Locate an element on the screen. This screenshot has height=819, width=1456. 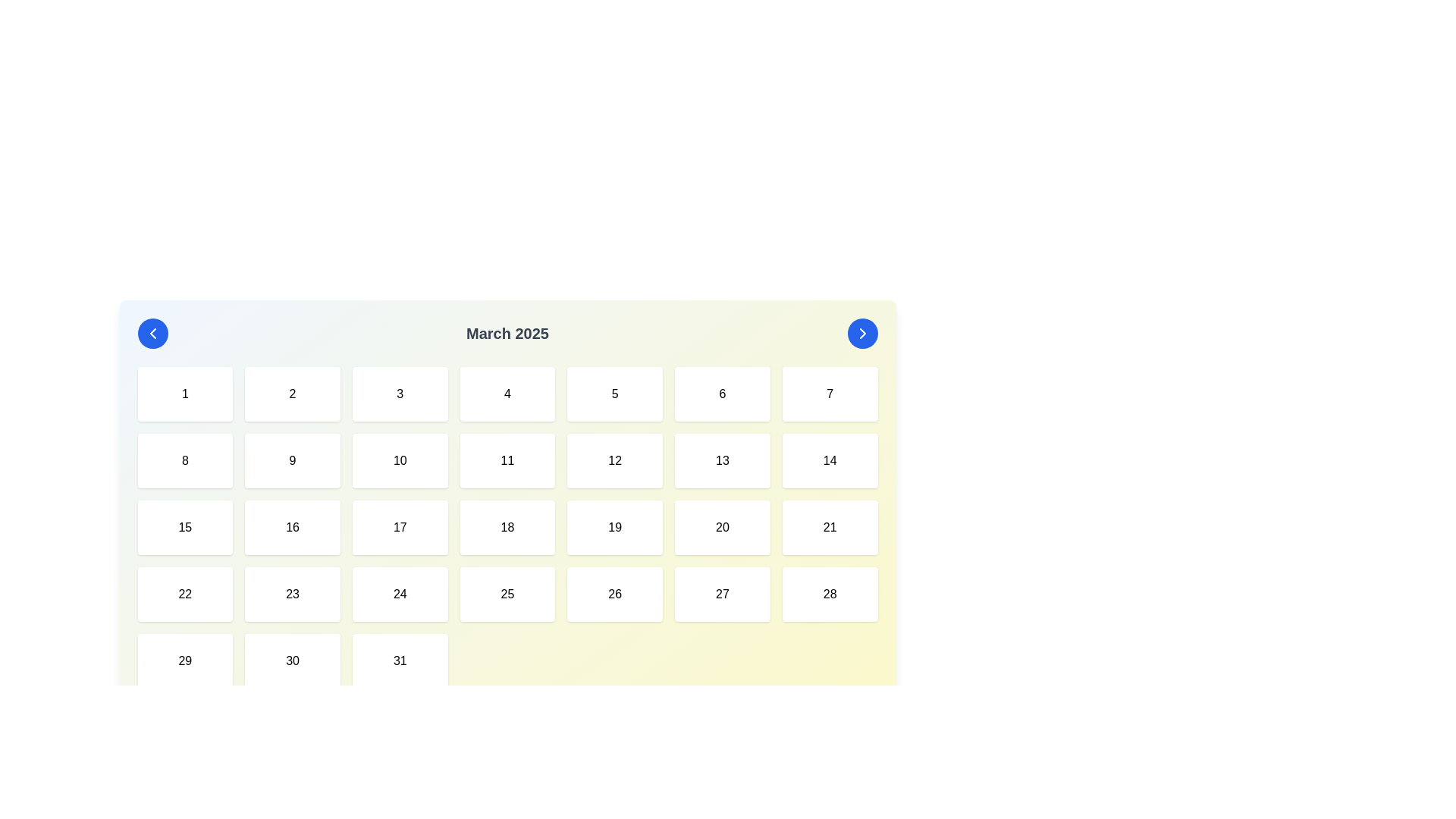
the button displaying the number '26' is located at coordinates (615, 593).